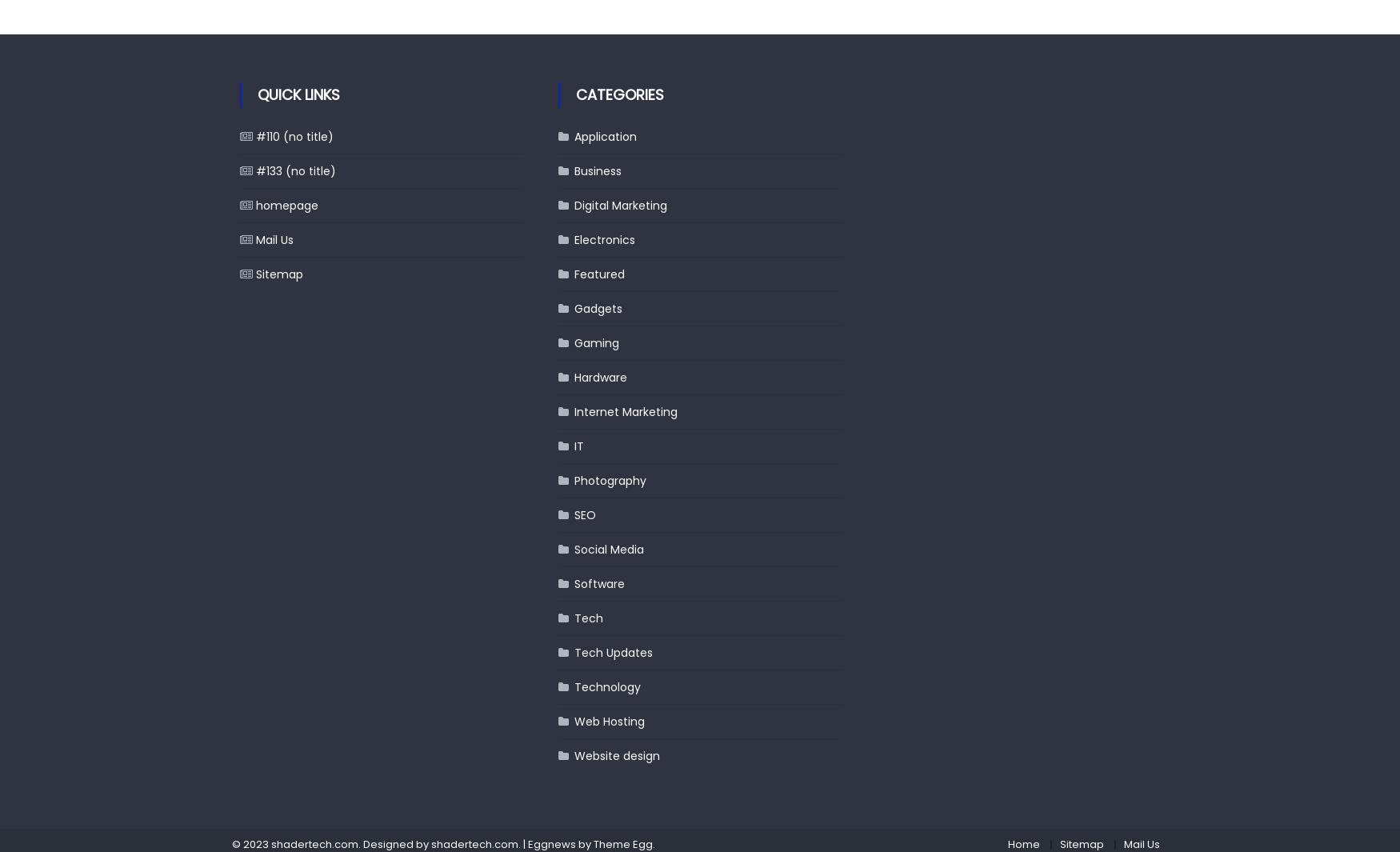 The height and width of the screenshot is (852, 1400). What do you see at coordinates (613, 653) in the screenshot?
I see `'Tech Updates'` at bounding box center [613, 653].